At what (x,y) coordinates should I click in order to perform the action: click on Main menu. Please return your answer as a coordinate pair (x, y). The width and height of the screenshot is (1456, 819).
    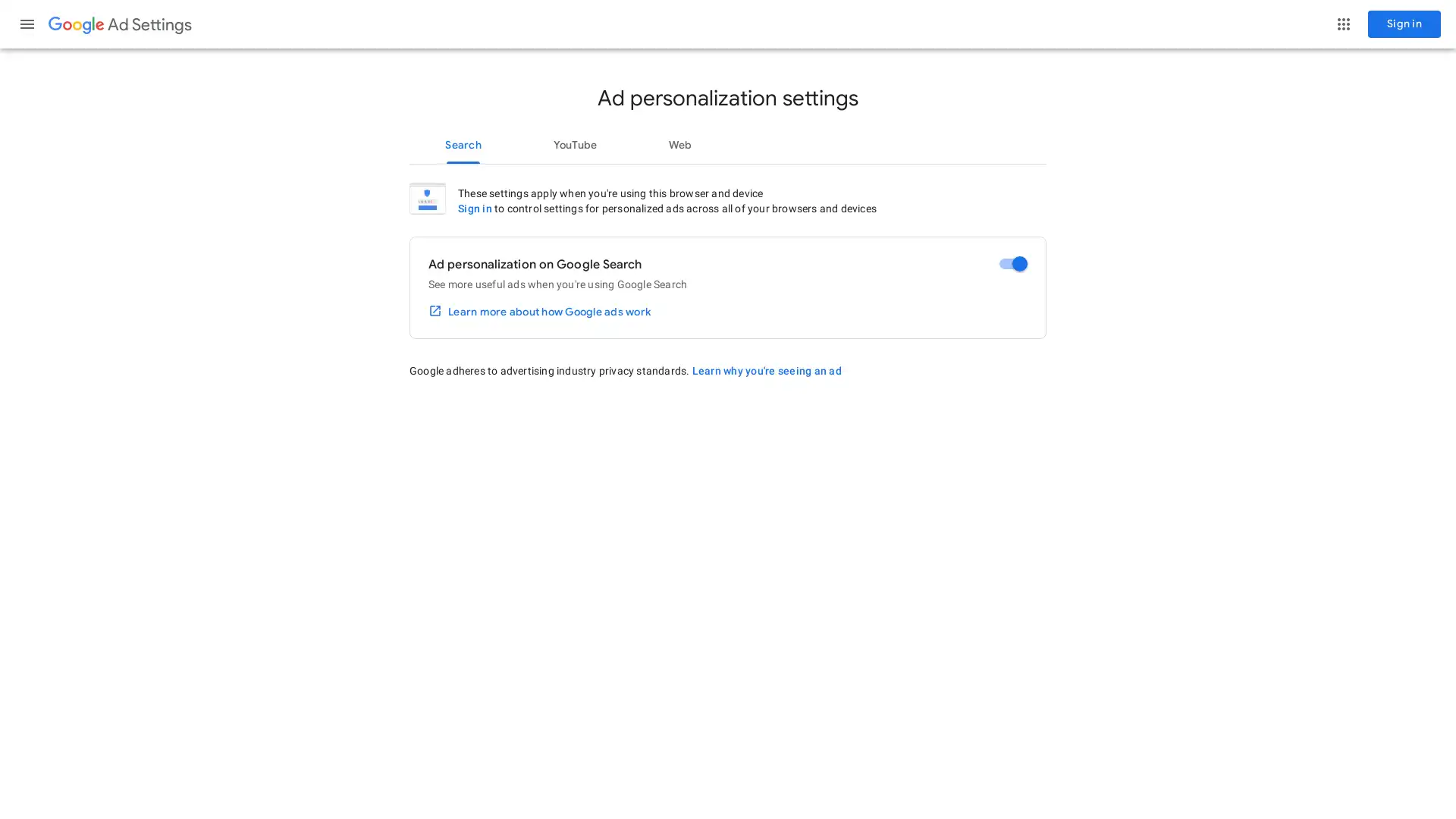
    Looking at the image, I should click on (27, 24).